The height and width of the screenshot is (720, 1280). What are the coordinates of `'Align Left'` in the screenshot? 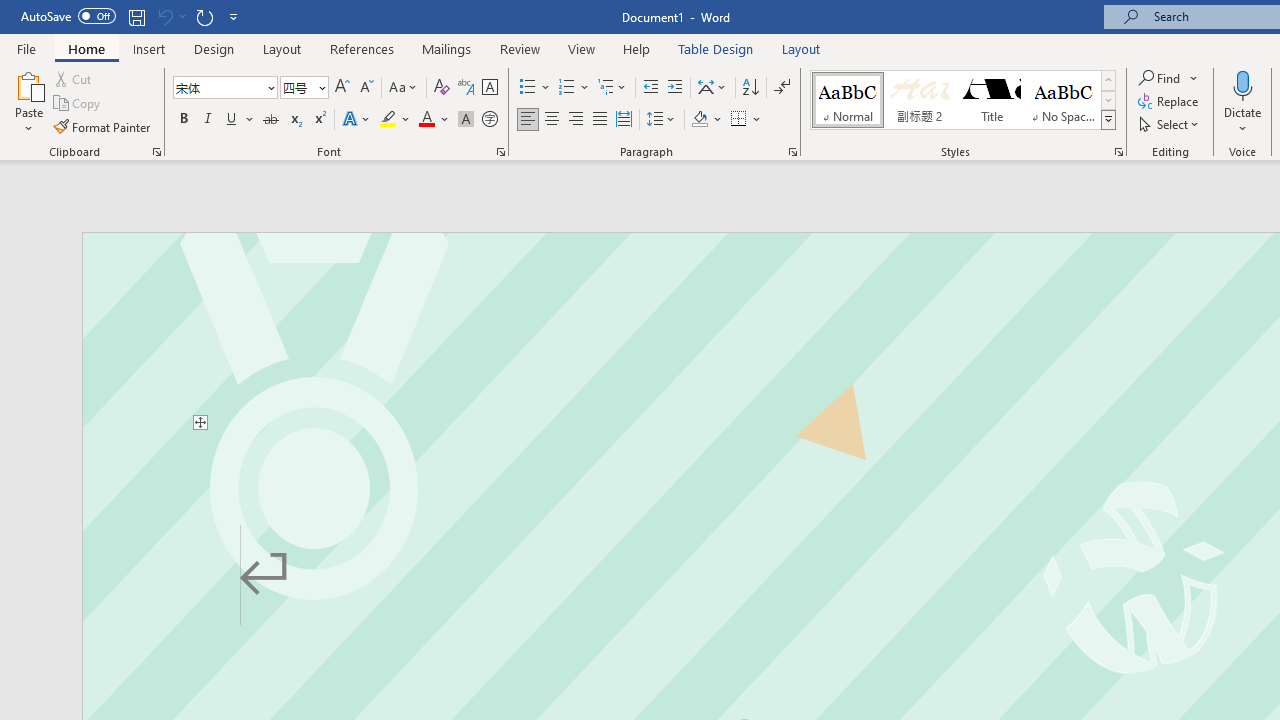 It's located at (528, 119).